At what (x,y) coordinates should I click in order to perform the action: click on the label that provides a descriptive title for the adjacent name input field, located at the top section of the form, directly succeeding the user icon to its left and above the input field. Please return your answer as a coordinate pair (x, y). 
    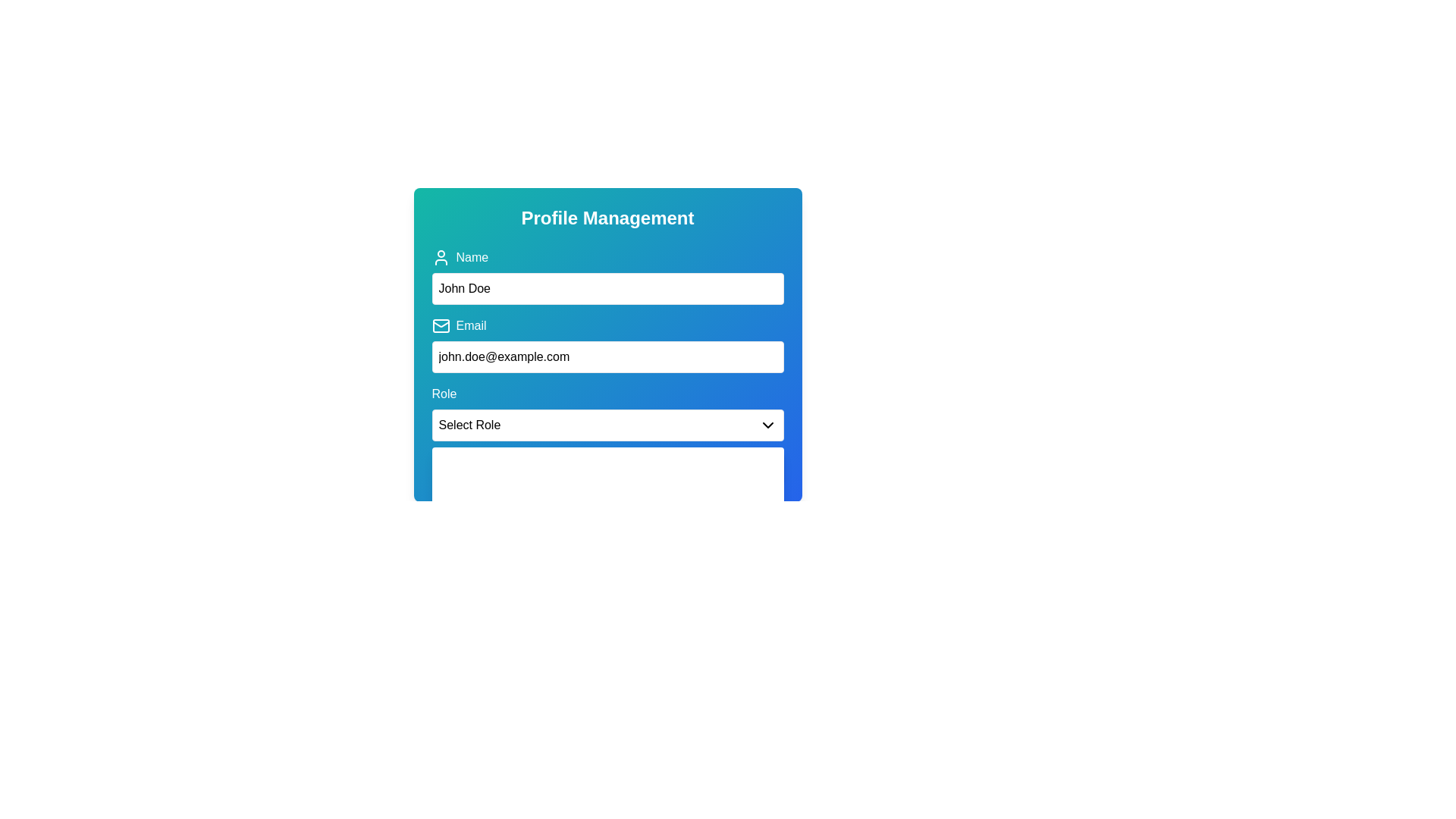
    Looking at the image, I should click on (471, 256).